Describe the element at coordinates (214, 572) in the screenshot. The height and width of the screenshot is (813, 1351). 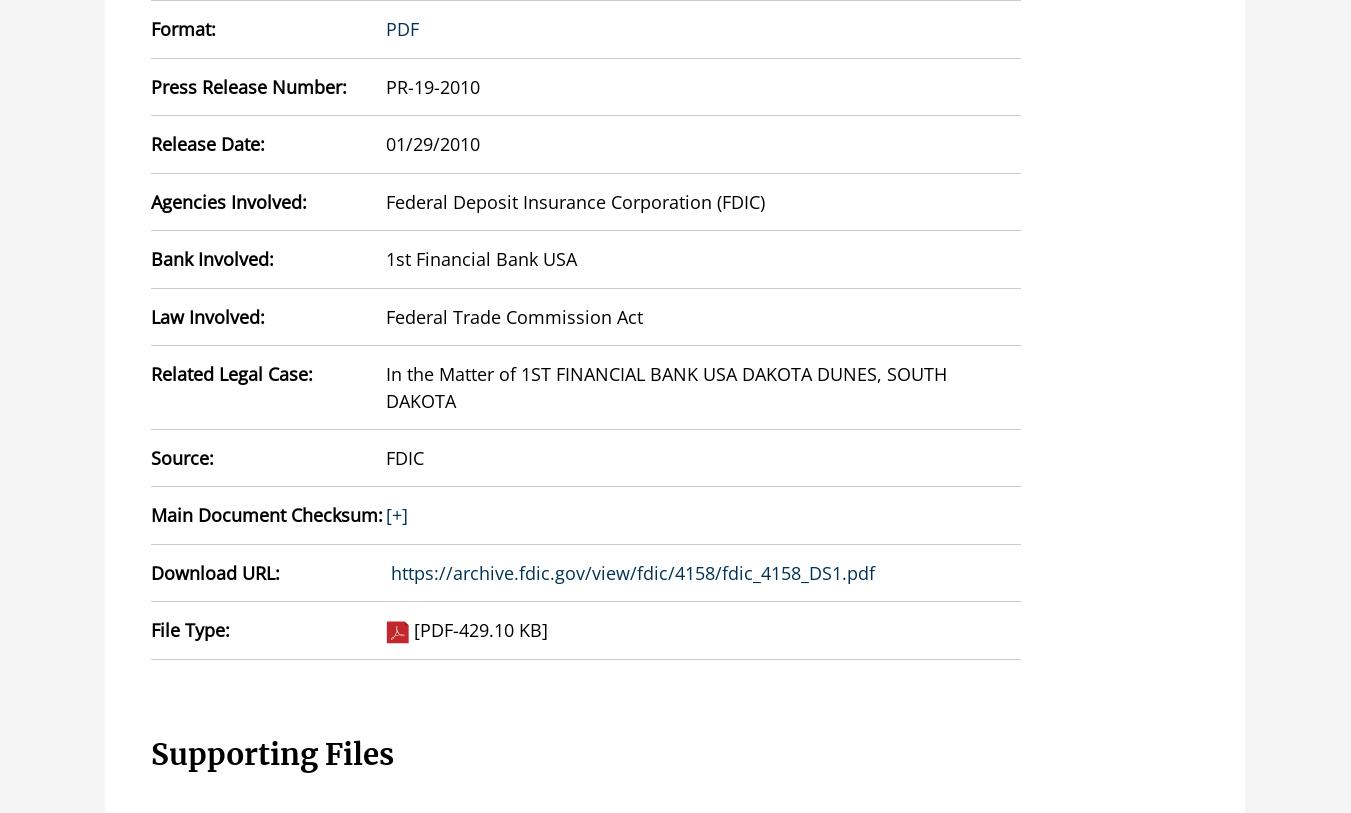
I see `'Download URL:'` at that location.